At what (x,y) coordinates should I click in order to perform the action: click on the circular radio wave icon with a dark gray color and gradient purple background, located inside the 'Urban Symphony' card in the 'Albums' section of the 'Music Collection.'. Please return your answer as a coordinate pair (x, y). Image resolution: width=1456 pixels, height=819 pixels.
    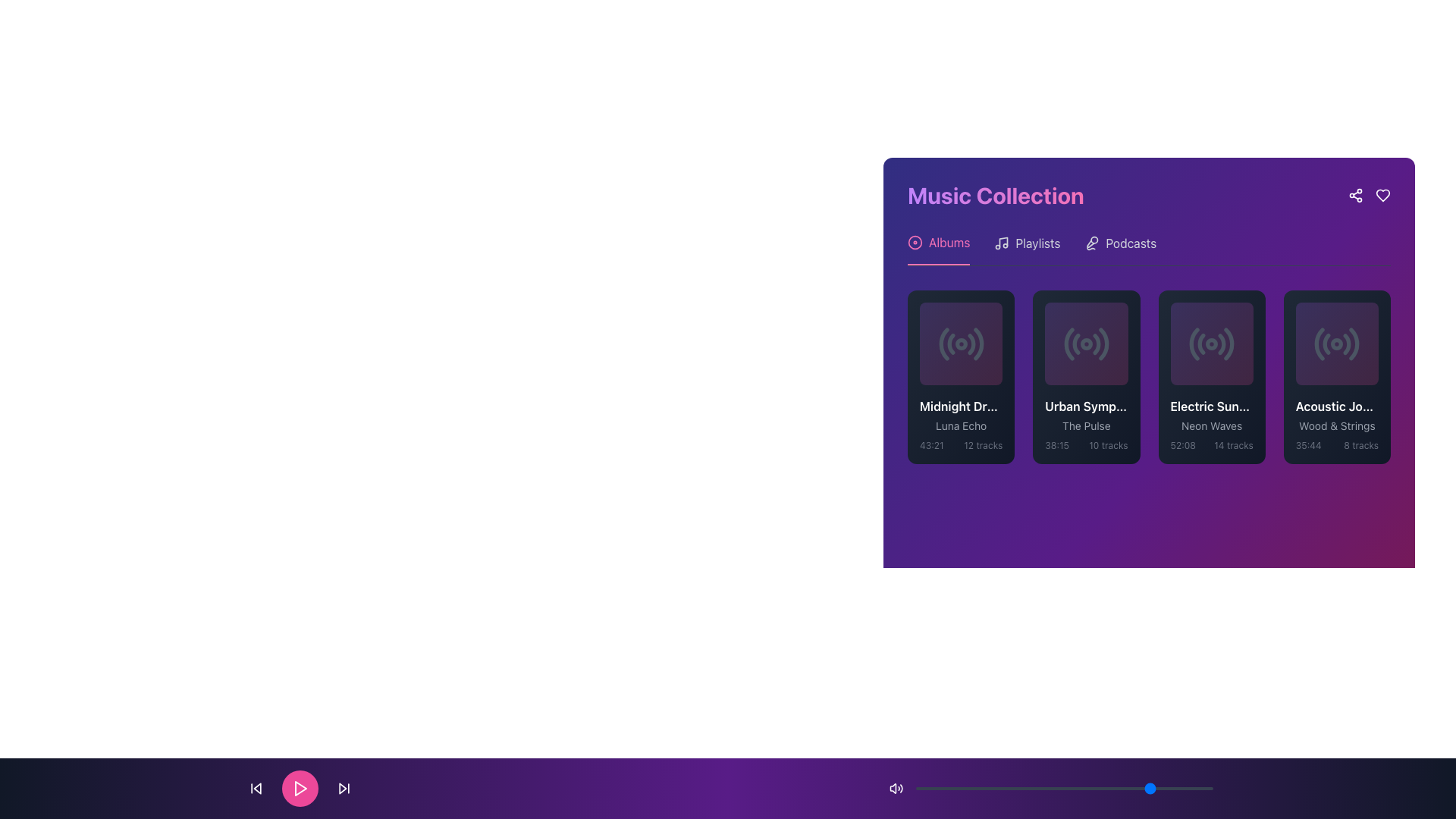
    Looking at the image, I should click on (1085, 344).